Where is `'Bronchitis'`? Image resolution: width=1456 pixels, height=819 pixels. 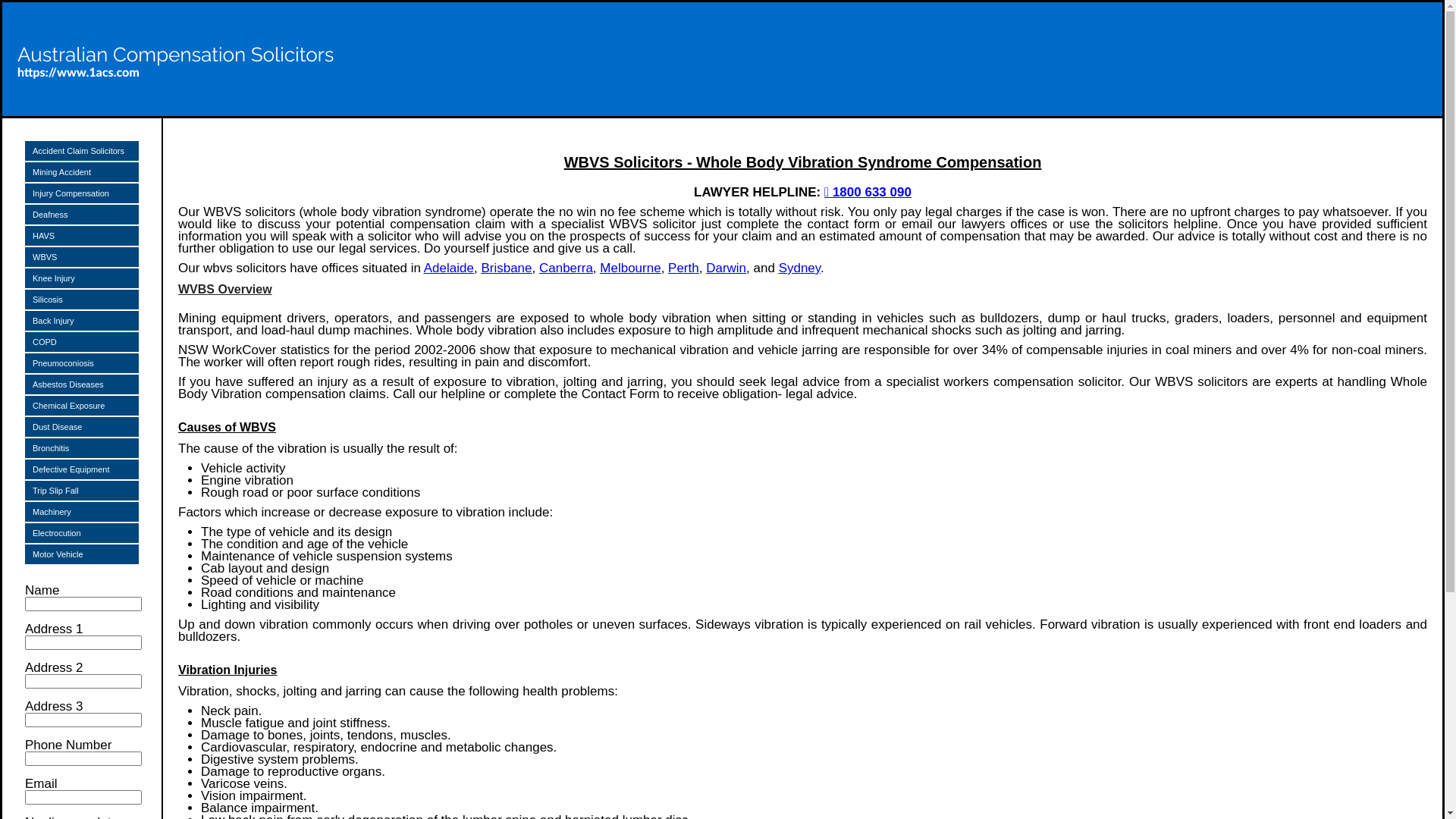 'Bronchitis' is located at coordinates (80, 447).